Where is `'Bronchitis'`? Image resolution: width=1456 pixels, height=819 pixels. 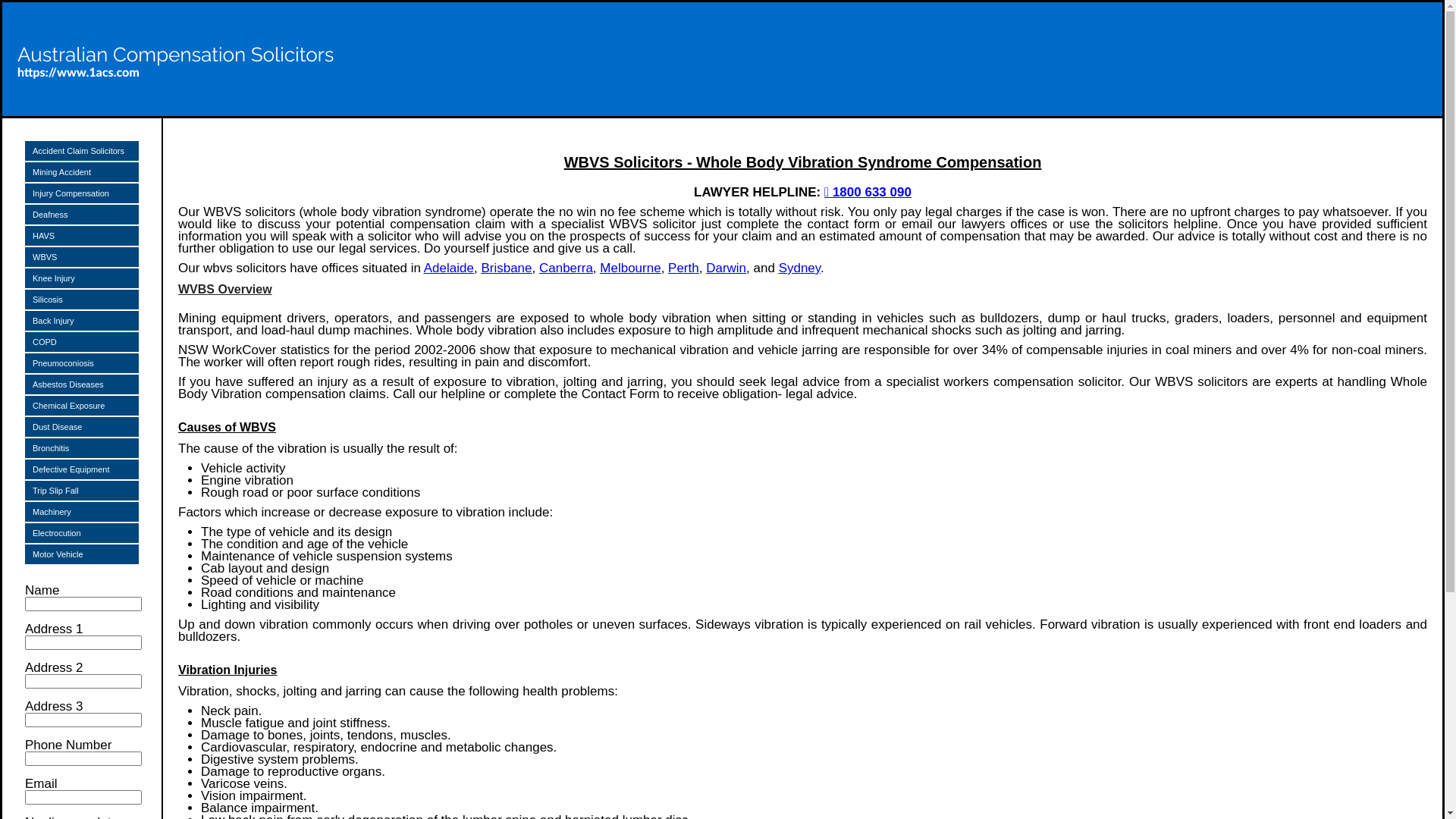 'Bronchitis' is located at coordinates (80, 447).